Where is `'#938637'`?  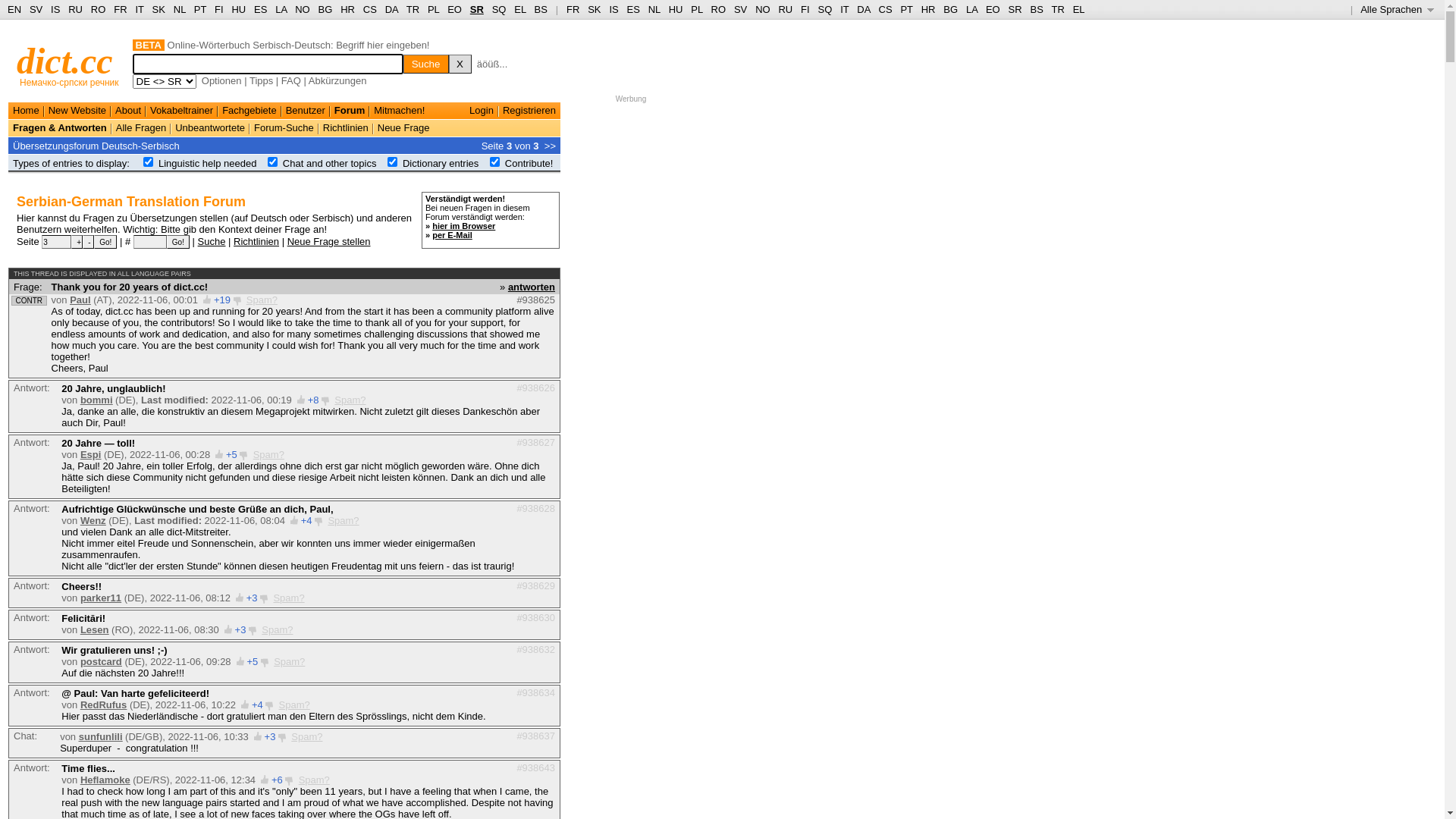
'#938637' is located at coordinates (535, 734).